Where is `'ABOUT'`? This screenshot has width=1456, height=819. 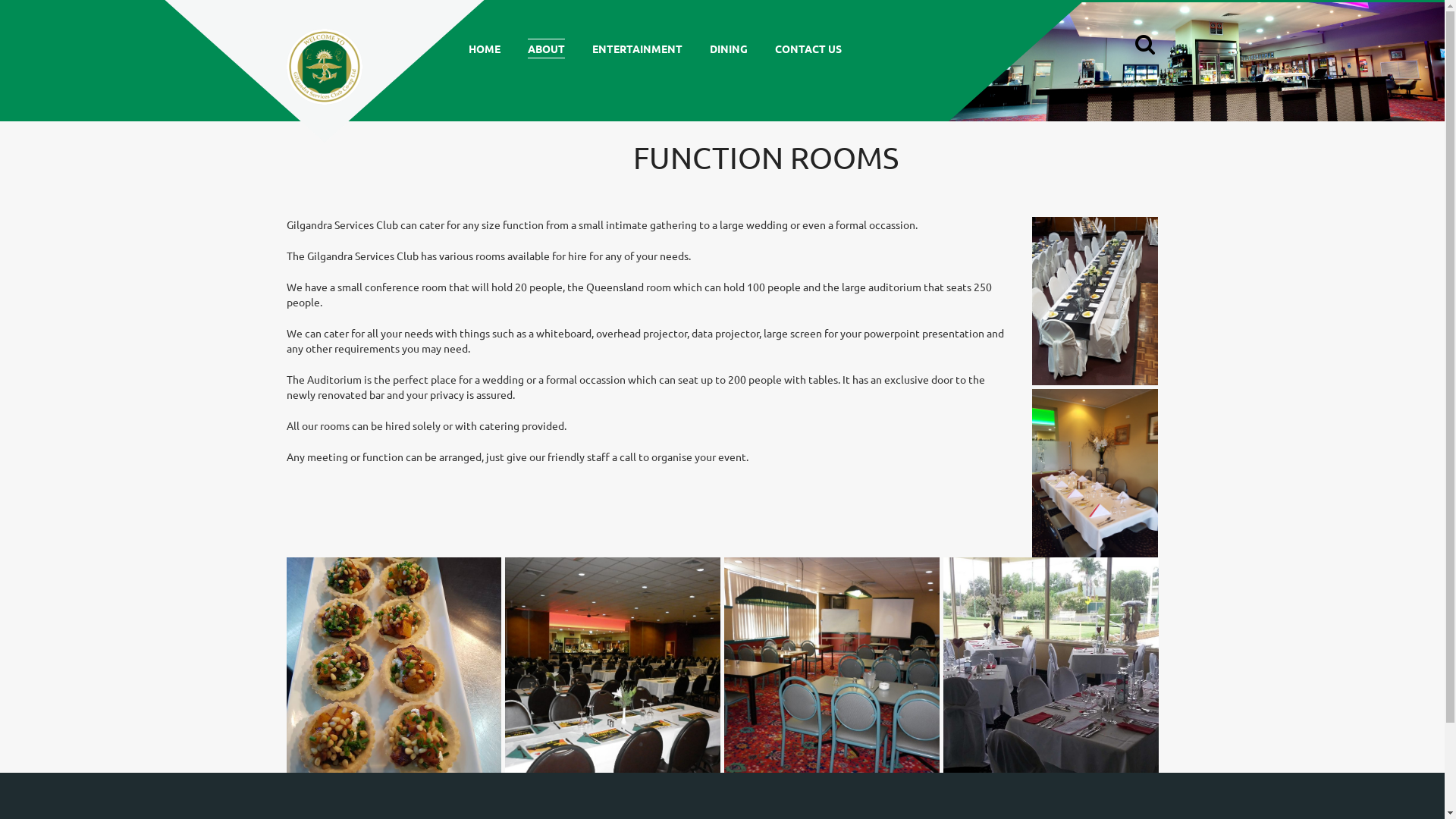
'ABOUT' is located at coordinates (546, 48).